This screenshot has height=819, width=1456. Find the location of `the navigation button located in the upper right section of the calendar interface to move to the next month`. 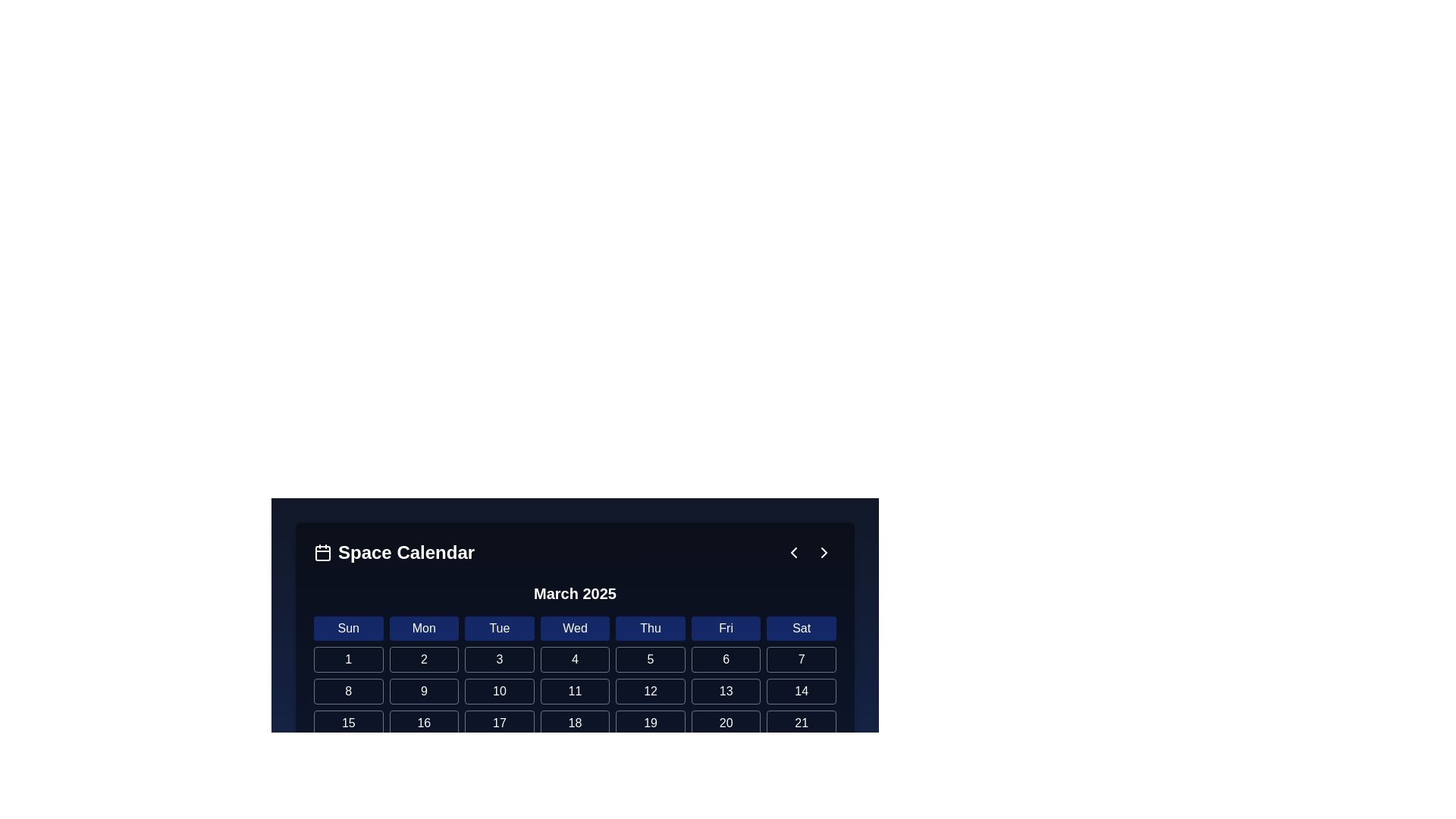

the navigation button located in the upper right section of the calendar interface to move to the next month is located at coordinates (823, 553).